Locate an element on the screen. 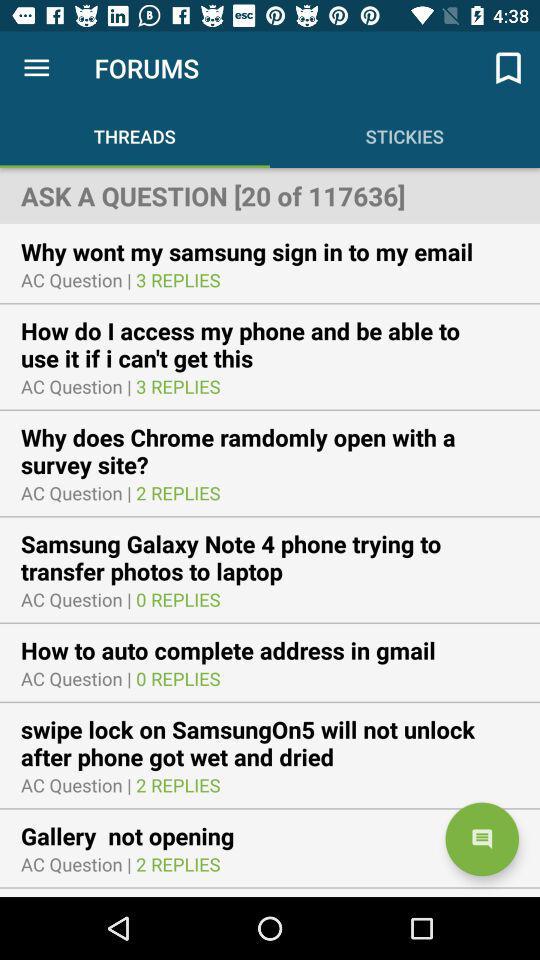 The width and height of the screenshot is (540, 960). the icon above ac question | is located at coordinates (270, 344).